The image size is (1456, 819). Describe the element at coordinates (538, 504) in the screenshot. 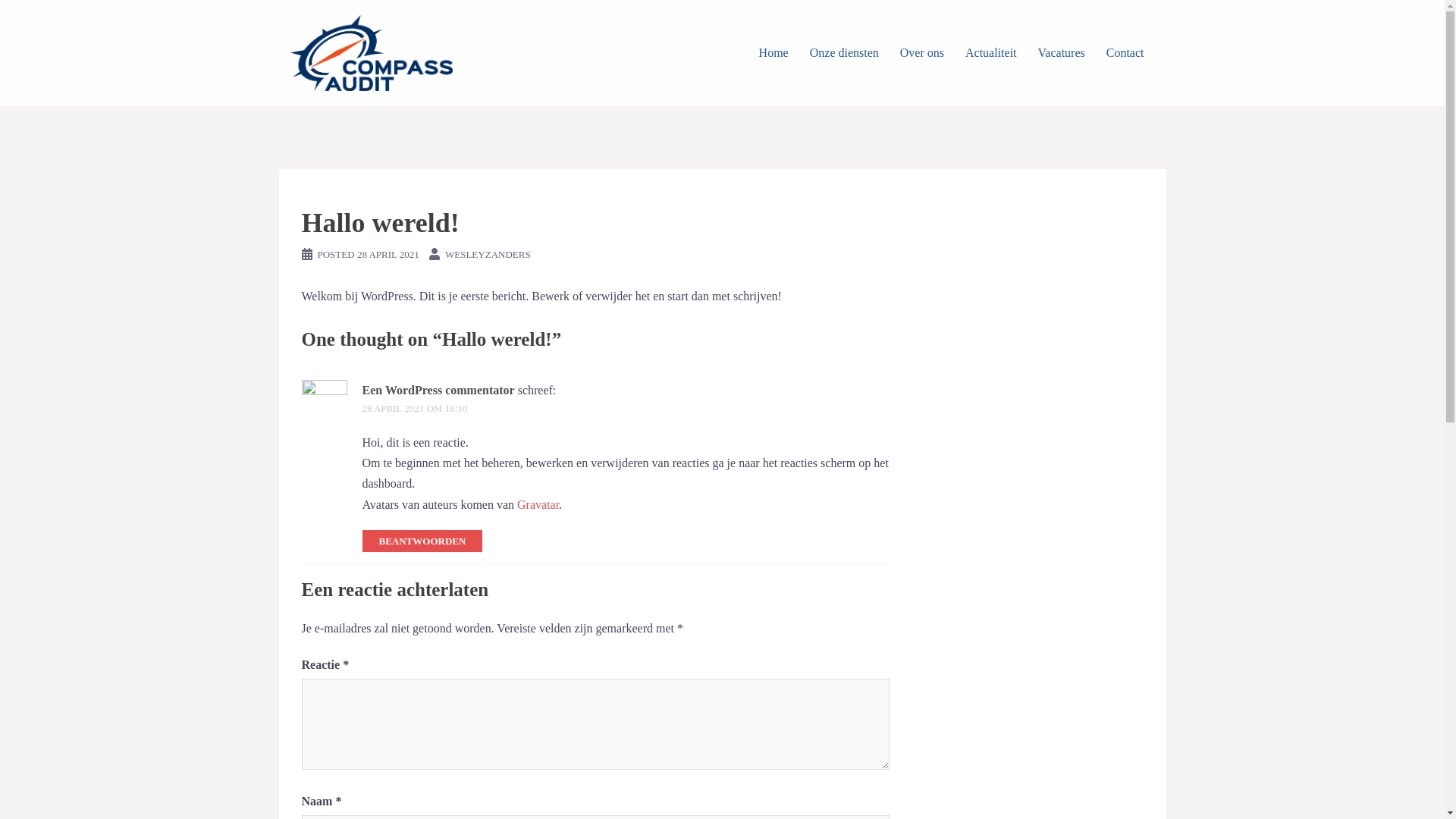

I see `'Gravatar'` at that location.